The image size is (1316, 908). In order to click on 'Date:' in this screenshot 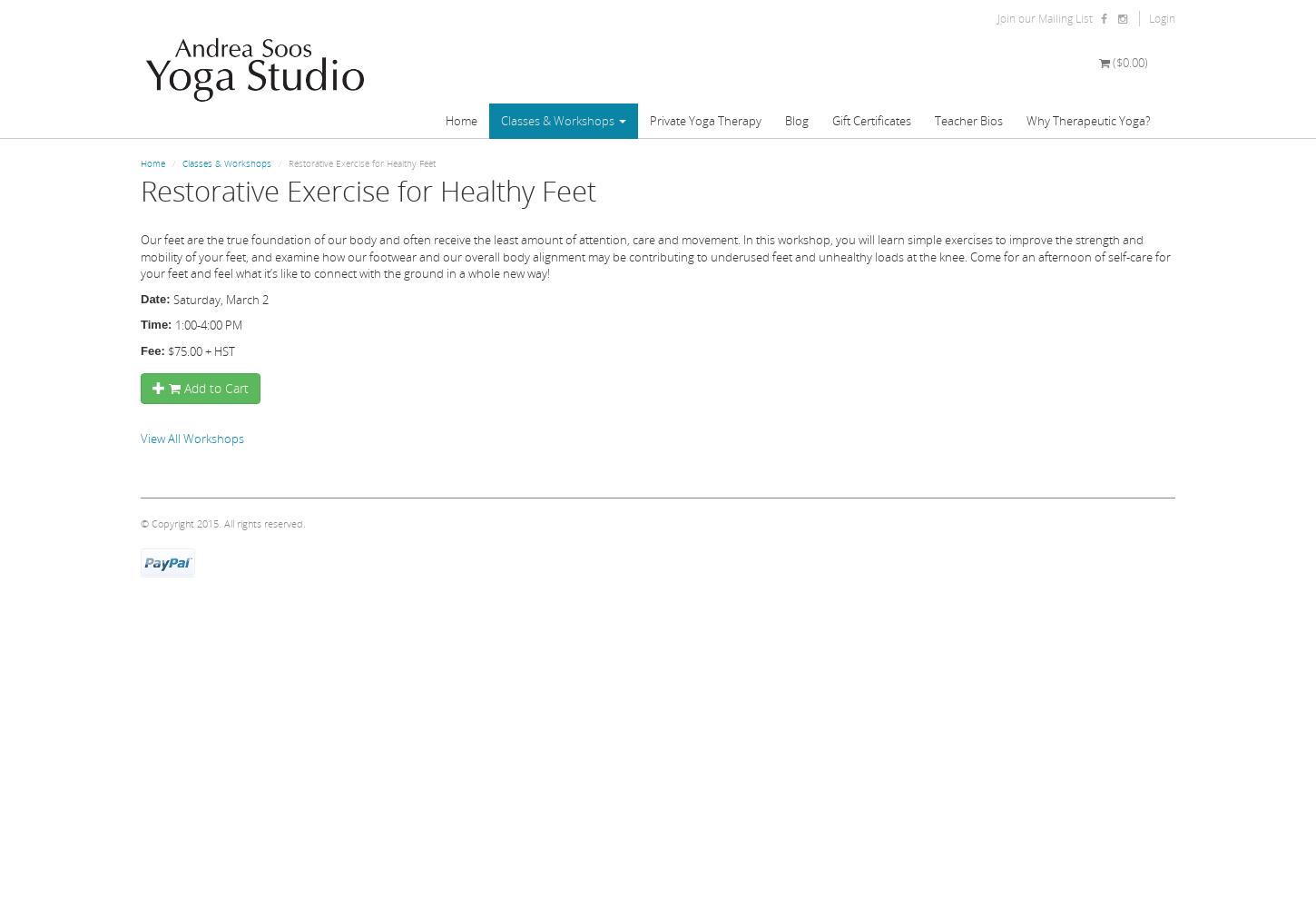, I will do `click(155, 297)`.